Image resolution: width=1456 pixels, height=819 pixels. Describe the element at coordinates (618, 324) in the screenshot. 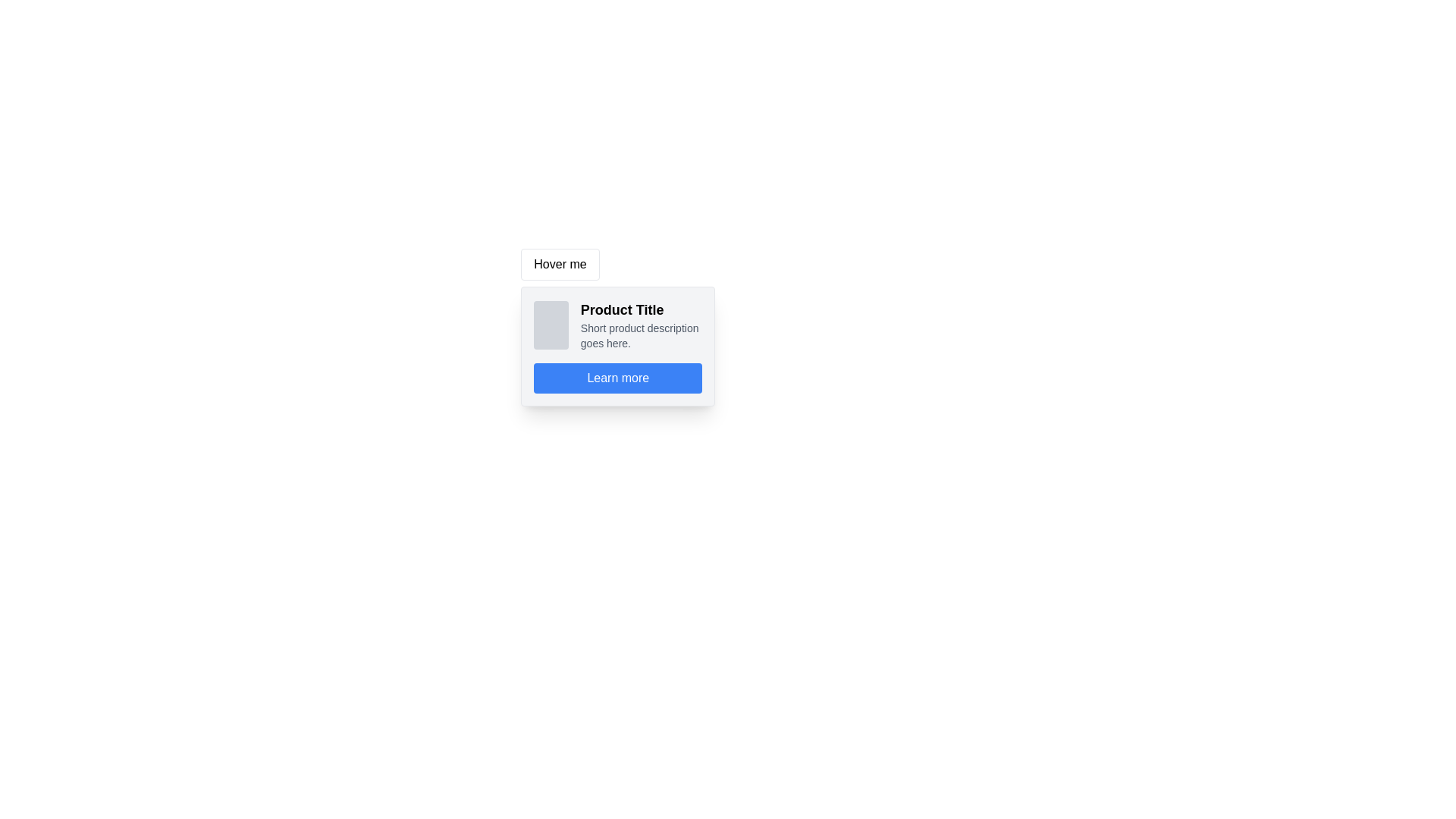

I see `the Card or Information Block that displays product information, located in the tooltip-like component, positioned above the 'Learn more' button and below the 'Hover me' label` at that location.